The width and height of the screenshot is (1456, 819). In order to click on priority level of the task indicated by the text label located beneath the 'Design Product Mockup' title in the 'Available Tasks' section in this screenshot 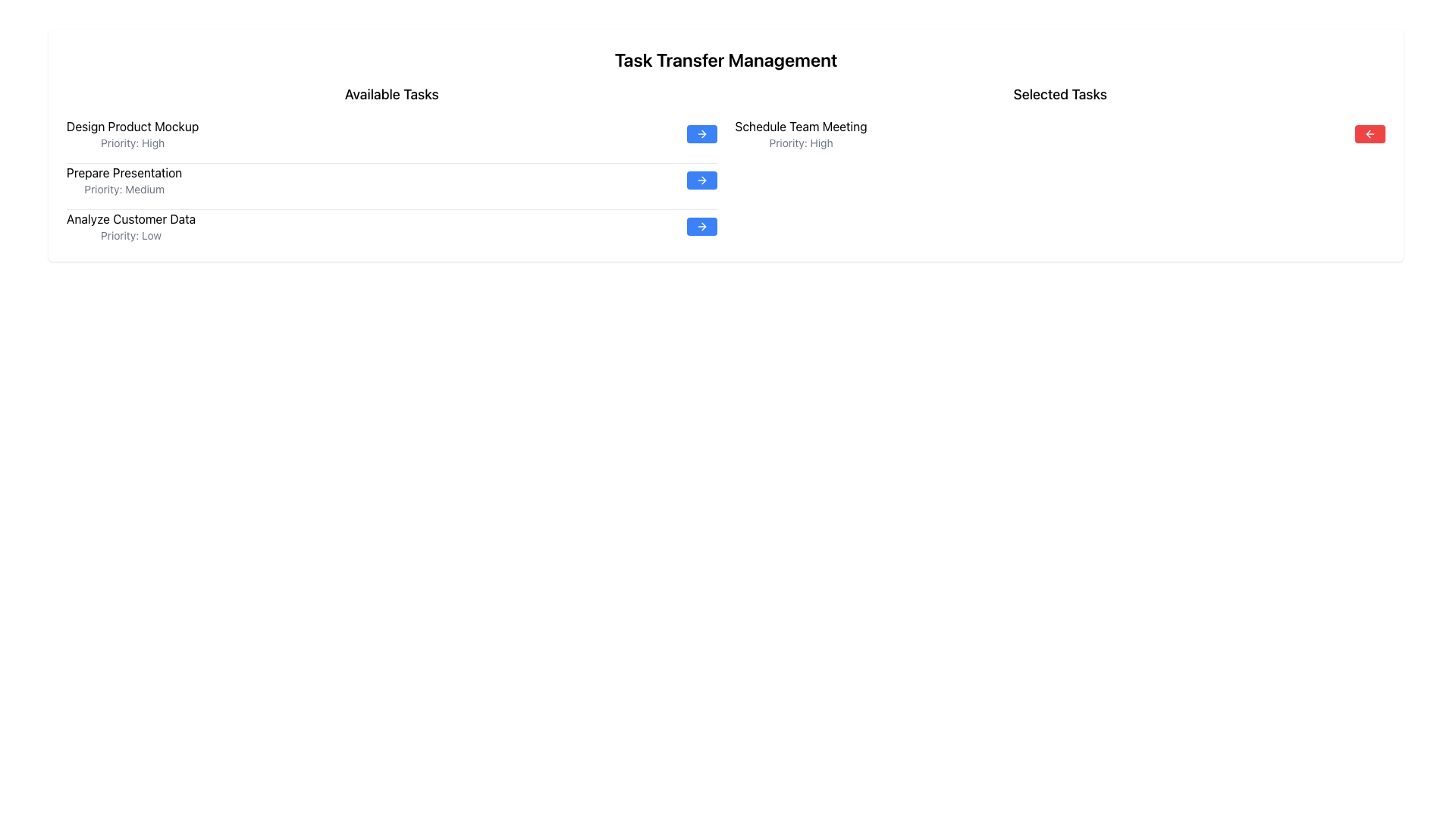, I will do `click(133, 143)`.